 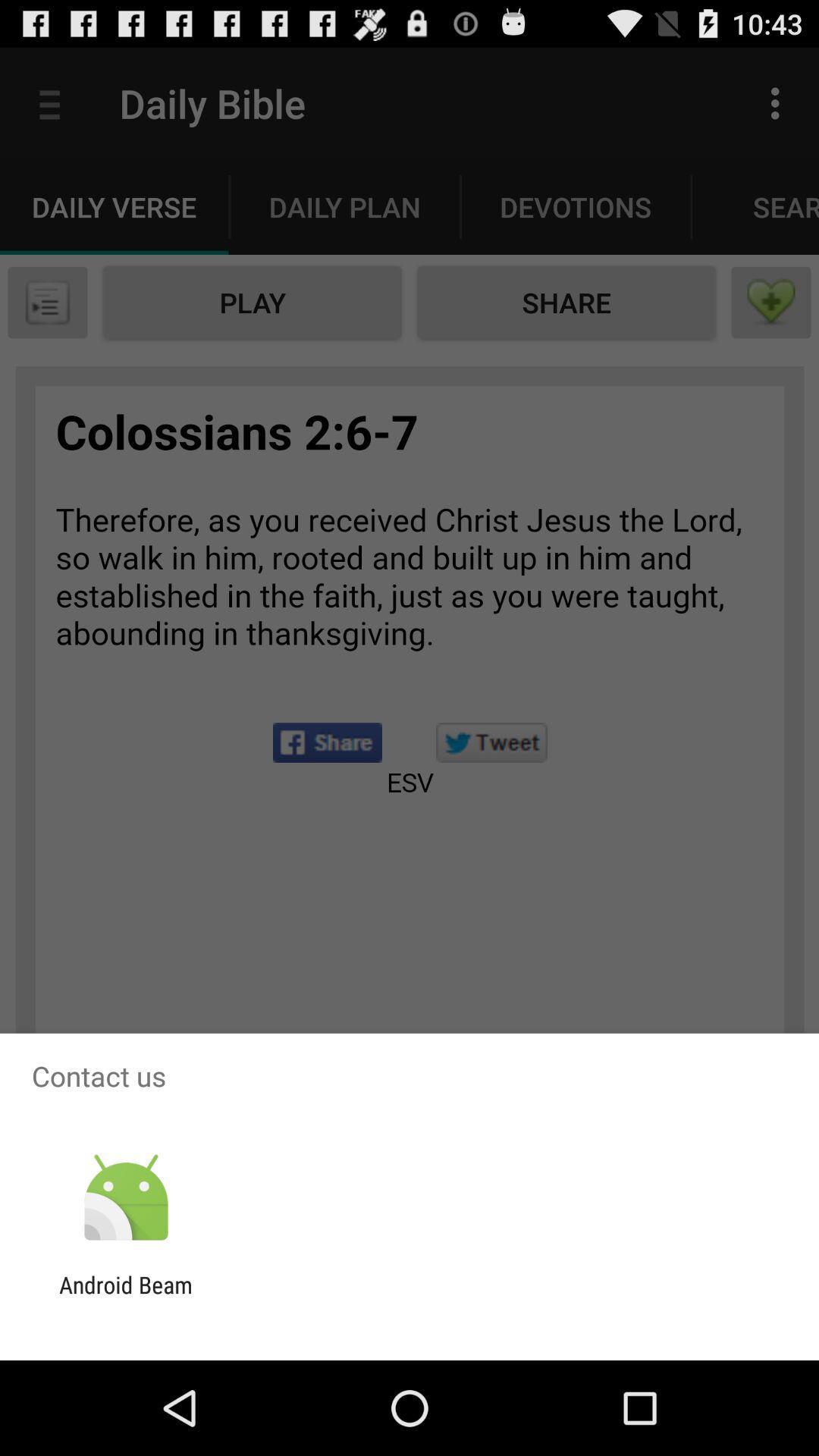 I want to click on the android beam app, so click(x=125, y=1298).